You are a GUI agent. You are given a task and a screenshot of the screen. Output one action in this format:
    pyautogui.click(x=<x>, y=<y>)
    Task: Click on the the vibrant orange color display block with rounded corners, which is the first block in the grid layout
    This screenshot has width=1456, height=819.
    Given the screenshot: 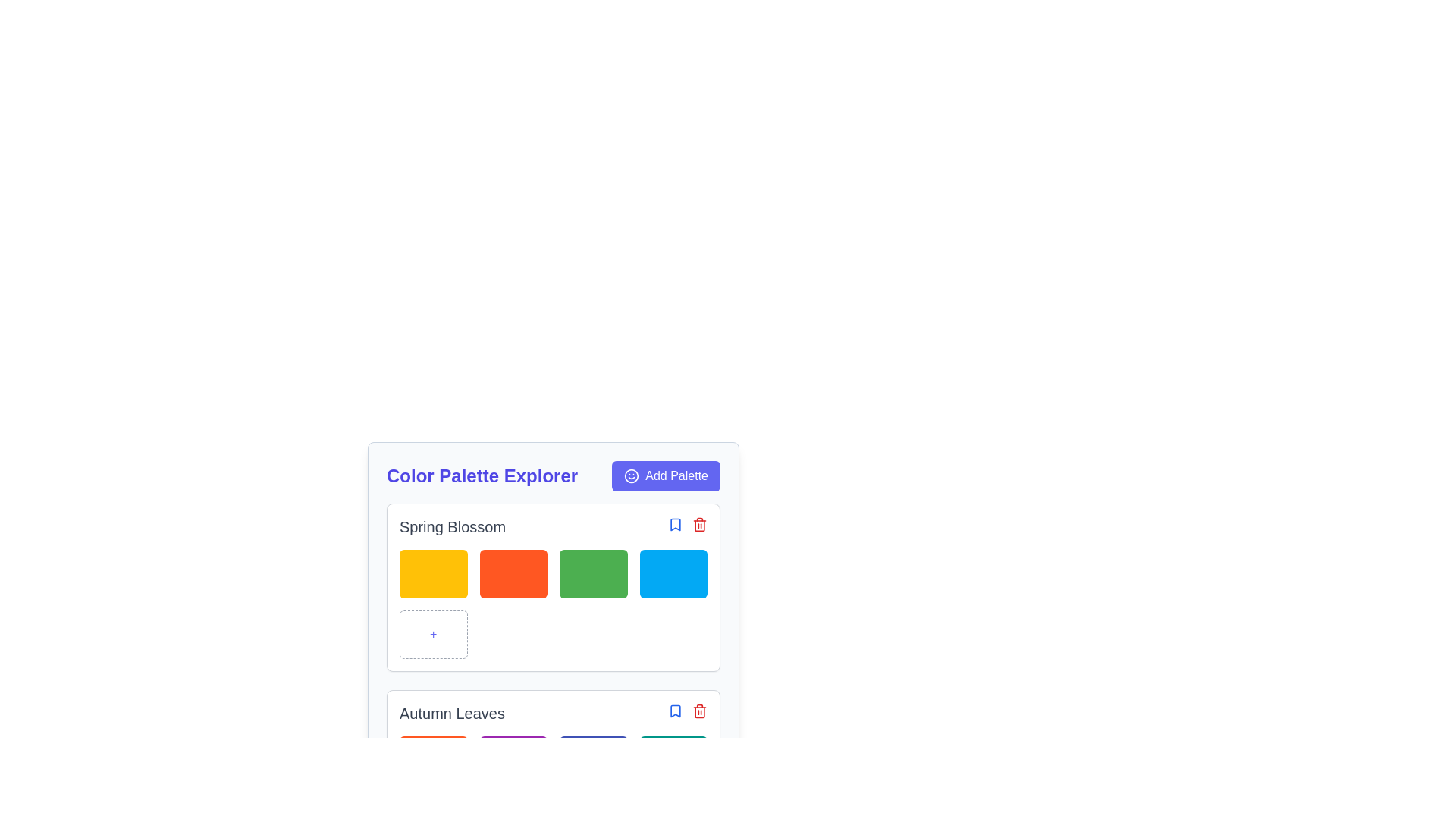 What is the action you would take?
    pyautogui.click(x=432, y=760)
    